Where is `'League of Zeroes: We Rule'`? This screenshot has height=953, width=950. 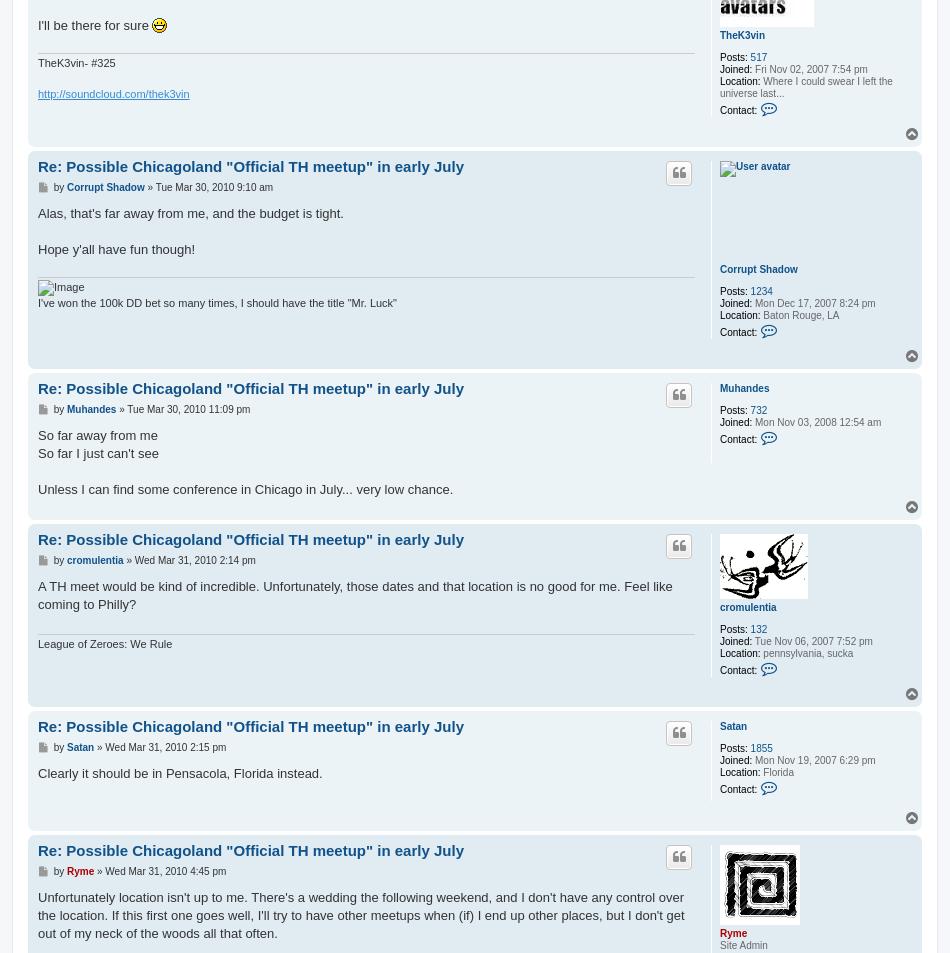 'League of Zeroes: We Rule' is located at coordinates (104, 644).